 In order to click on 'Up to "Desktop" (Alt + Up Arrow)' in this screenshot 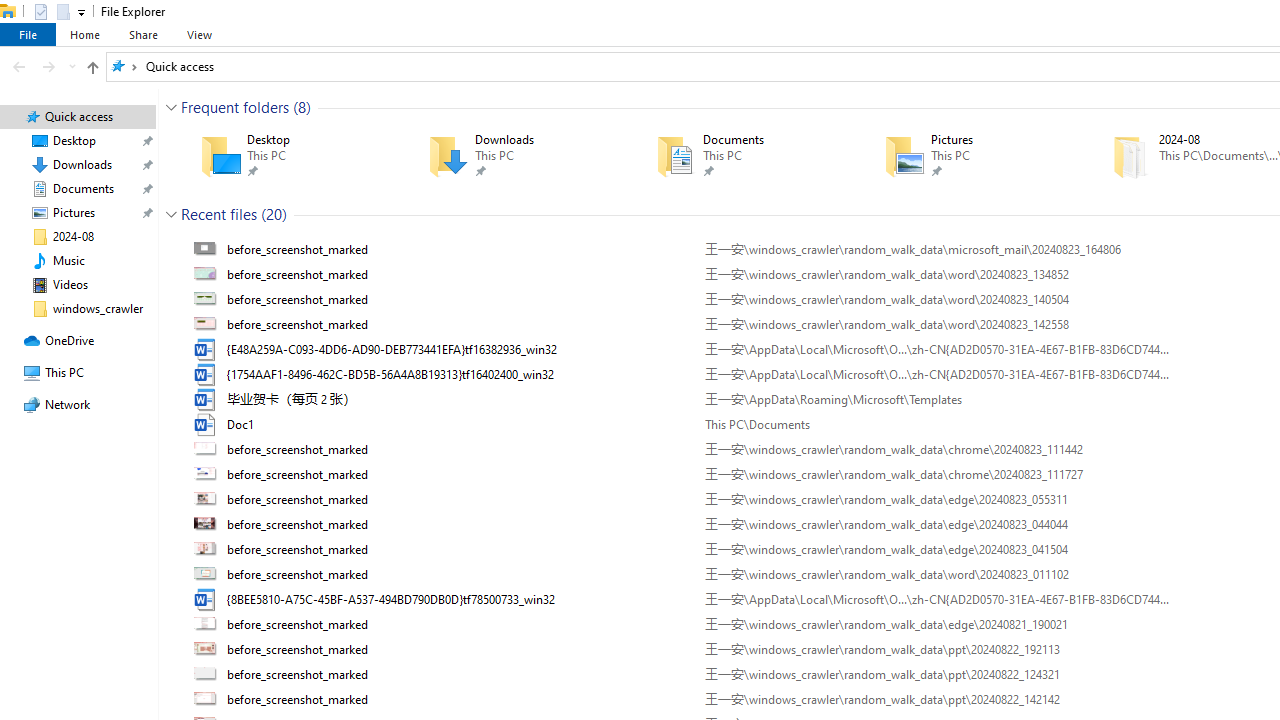, I will do `click(91, 67)`.